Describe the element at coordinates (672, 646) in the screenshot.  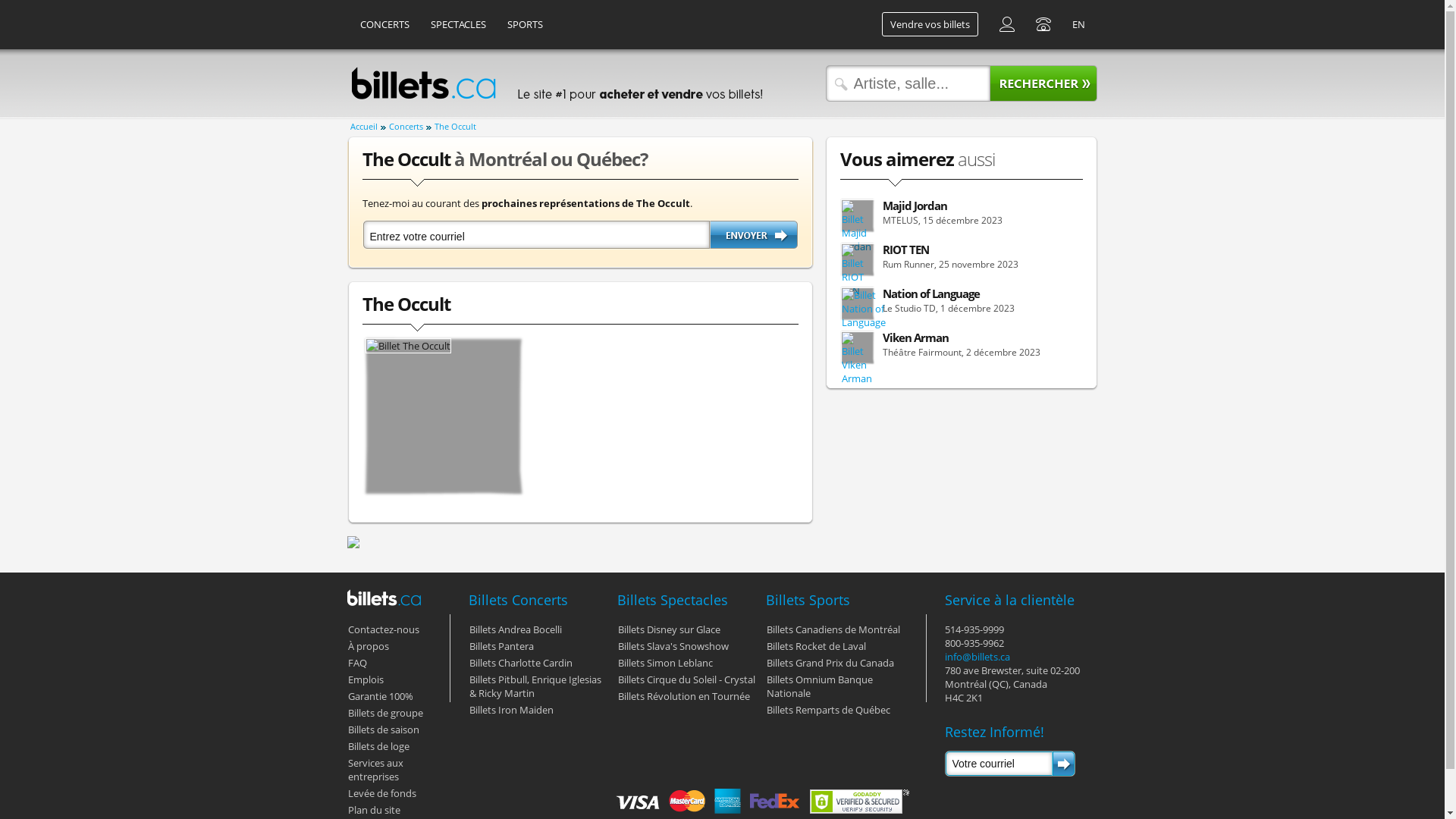
I see `'Billets Slava's Snowshow'` at that location.